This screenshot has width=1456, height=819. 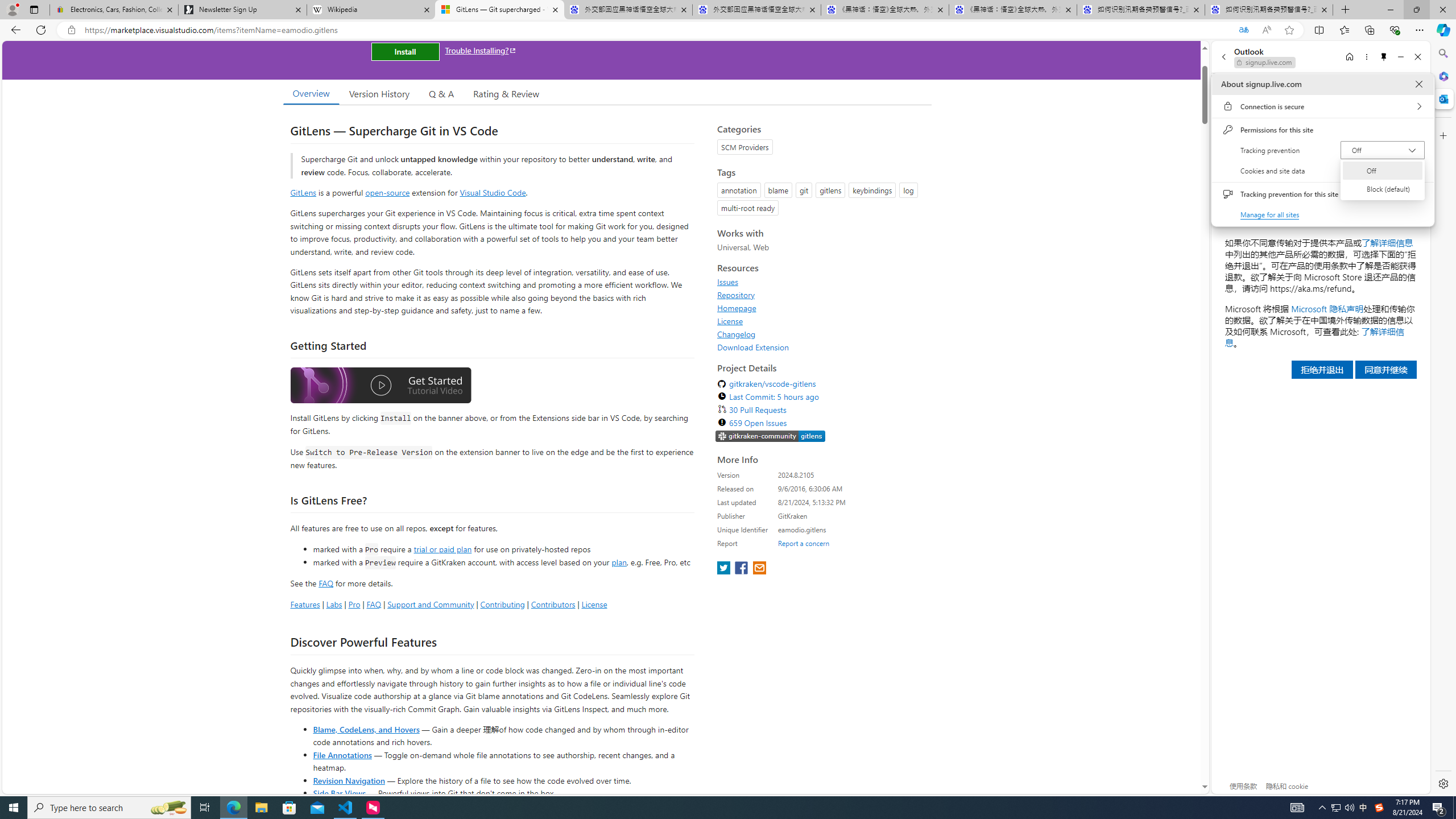 I want to click on 'Cookies and site data', so click(x=1322, y=170).